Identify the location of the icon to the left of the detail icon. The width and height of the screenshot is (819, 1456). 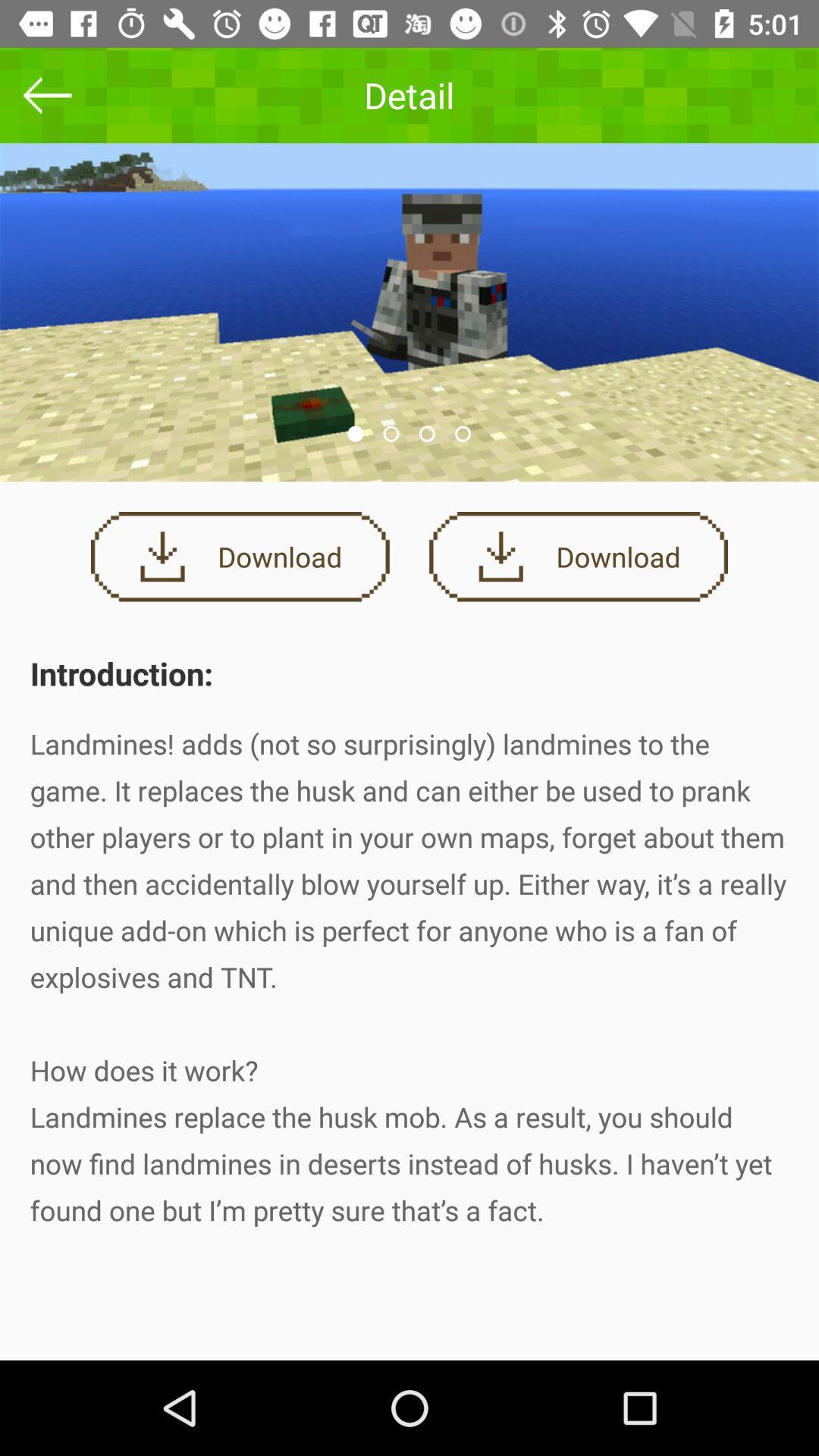
(46, 94).